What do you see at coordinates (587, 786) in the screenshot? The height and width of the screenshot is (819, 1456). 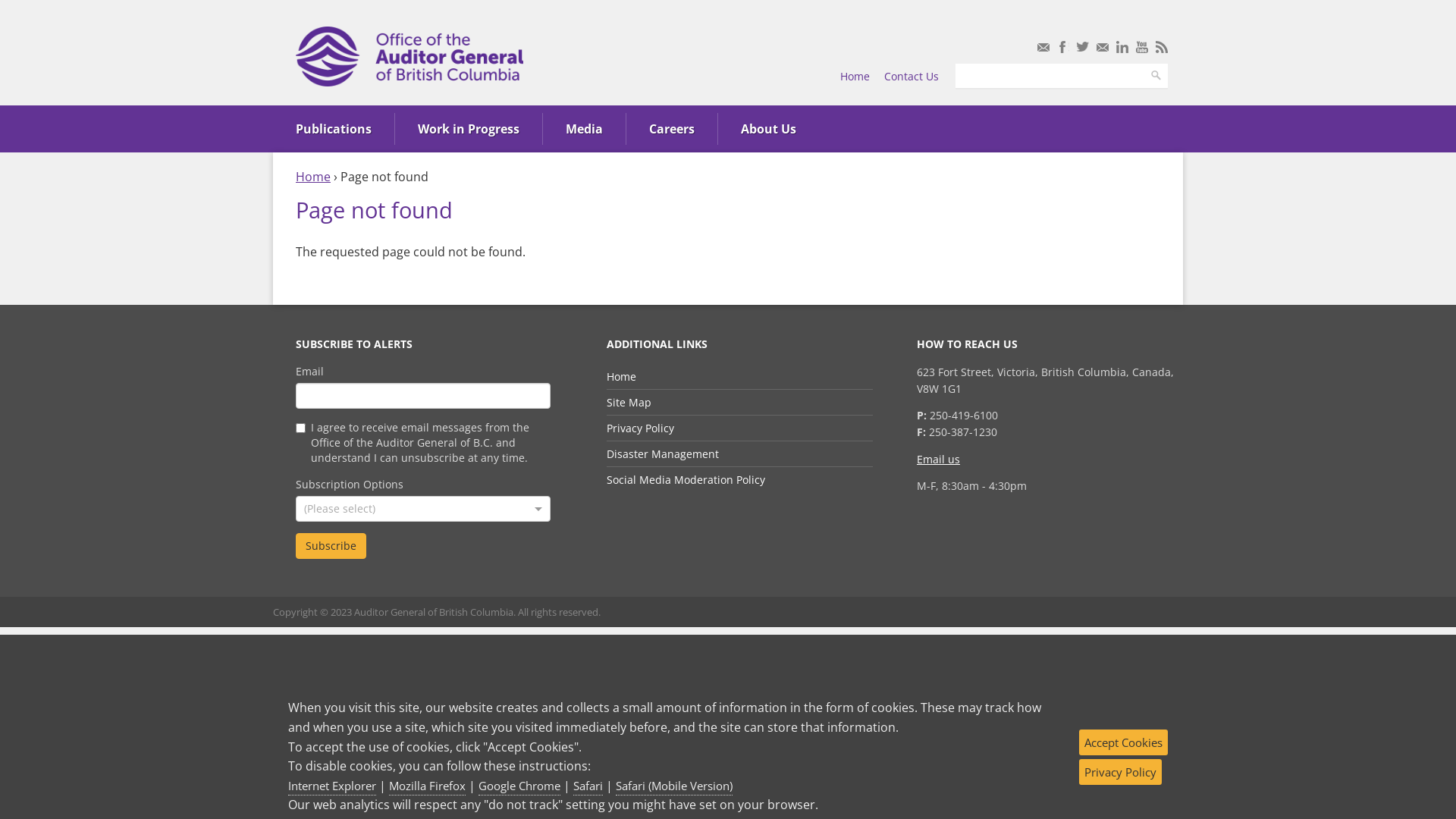 I see `'Safari'` at bounding box center [587, 786].